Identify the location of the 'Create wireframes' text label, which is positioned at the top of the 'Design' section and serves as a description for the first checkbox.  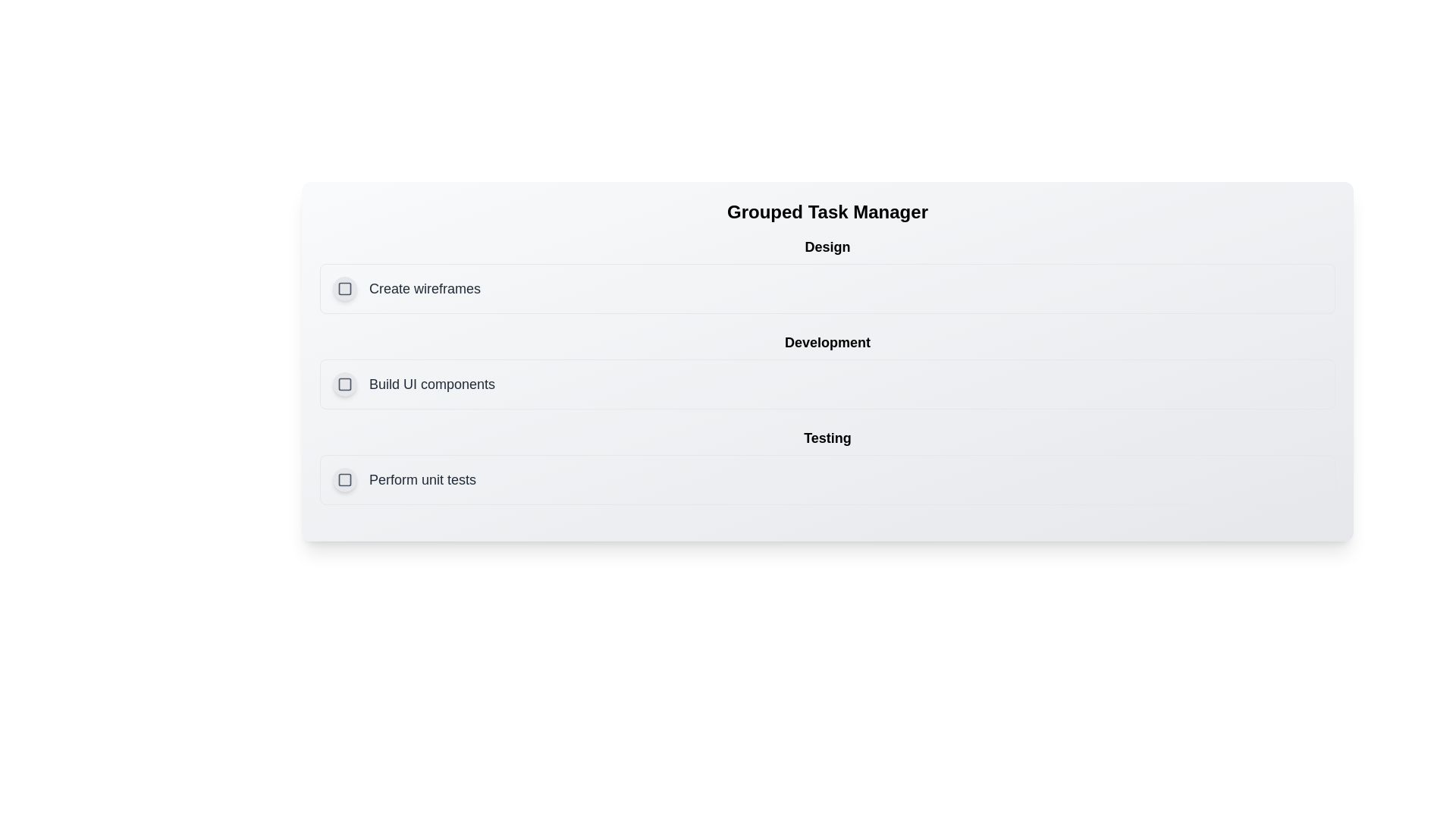
(425, 289).